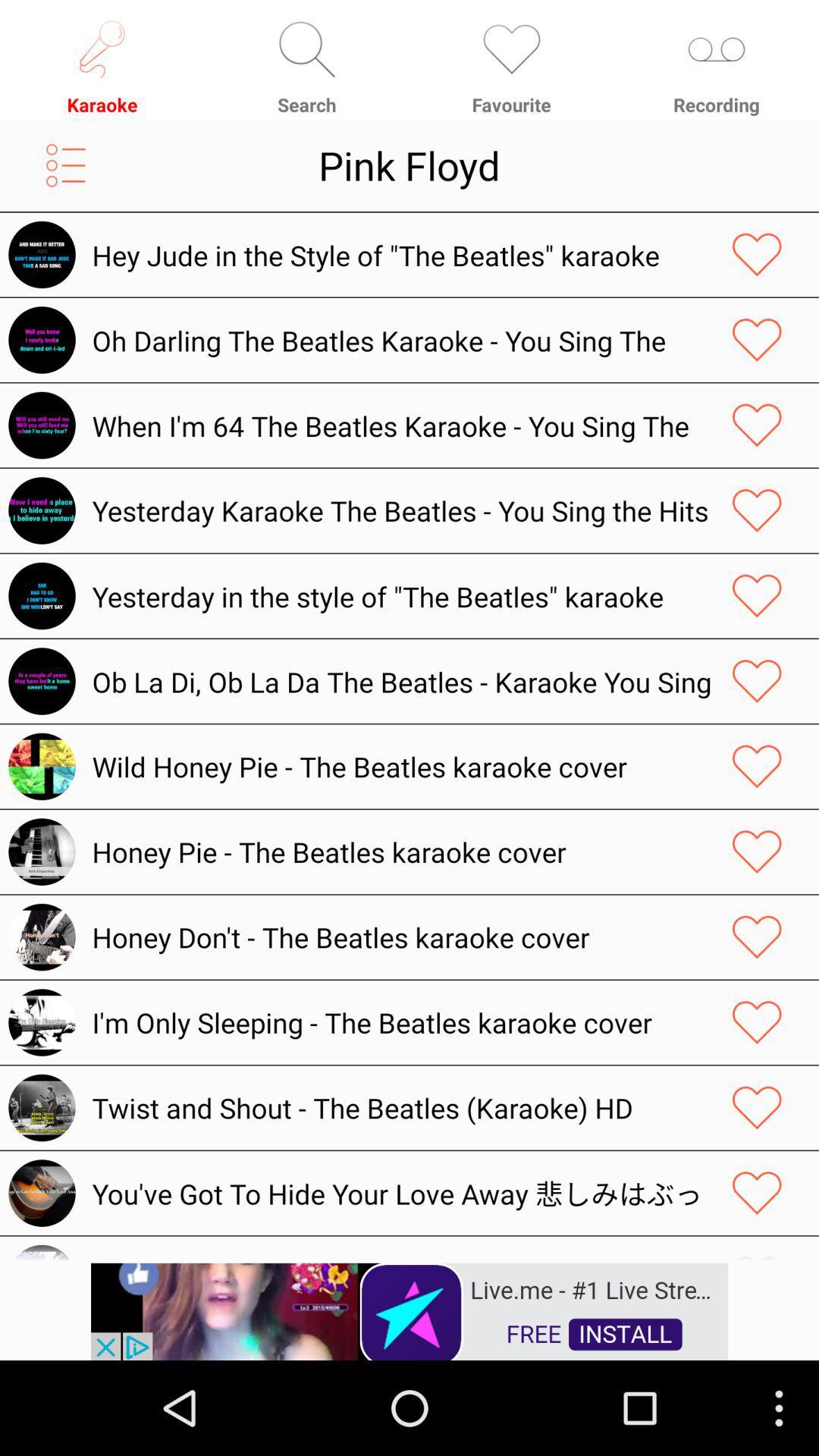 The height and width of the screenshot is (1456, 819). I want to click on adding button, so click(757, 255).